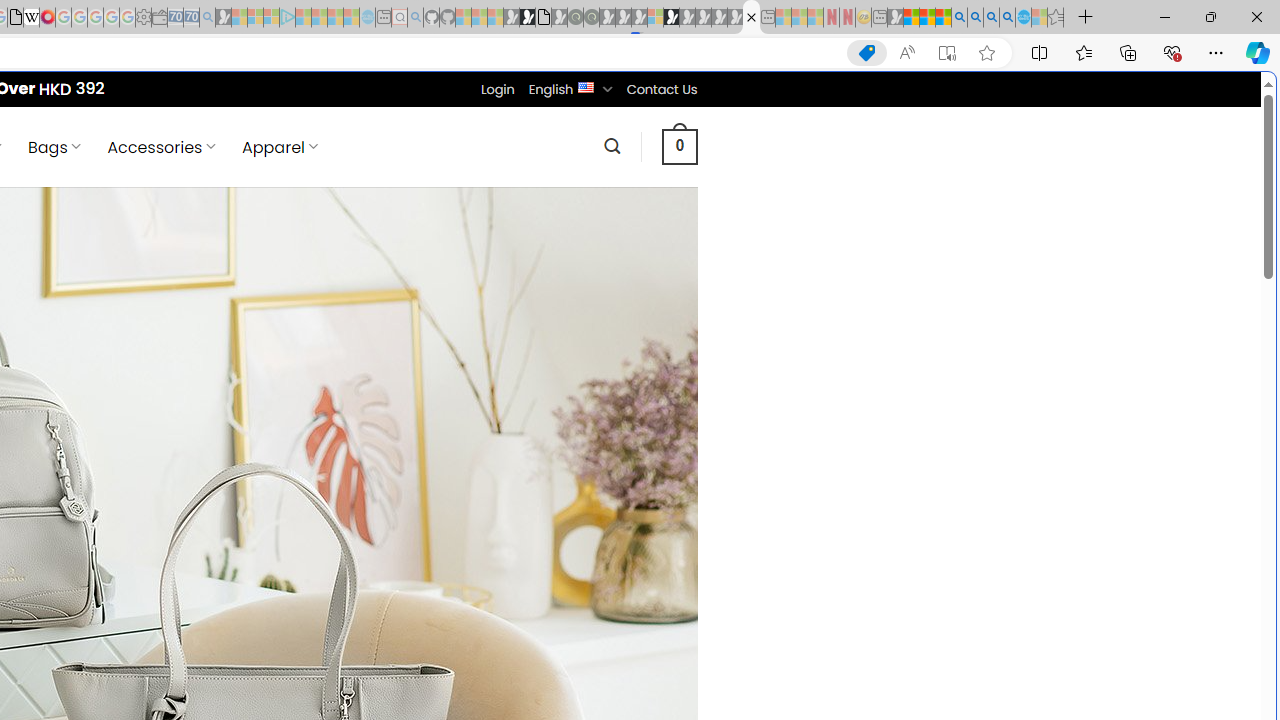 Image resolution: width=1280 pixels, height=720 pixels. I want to click on 'Wallet - Sleeping', so click(160, 17).